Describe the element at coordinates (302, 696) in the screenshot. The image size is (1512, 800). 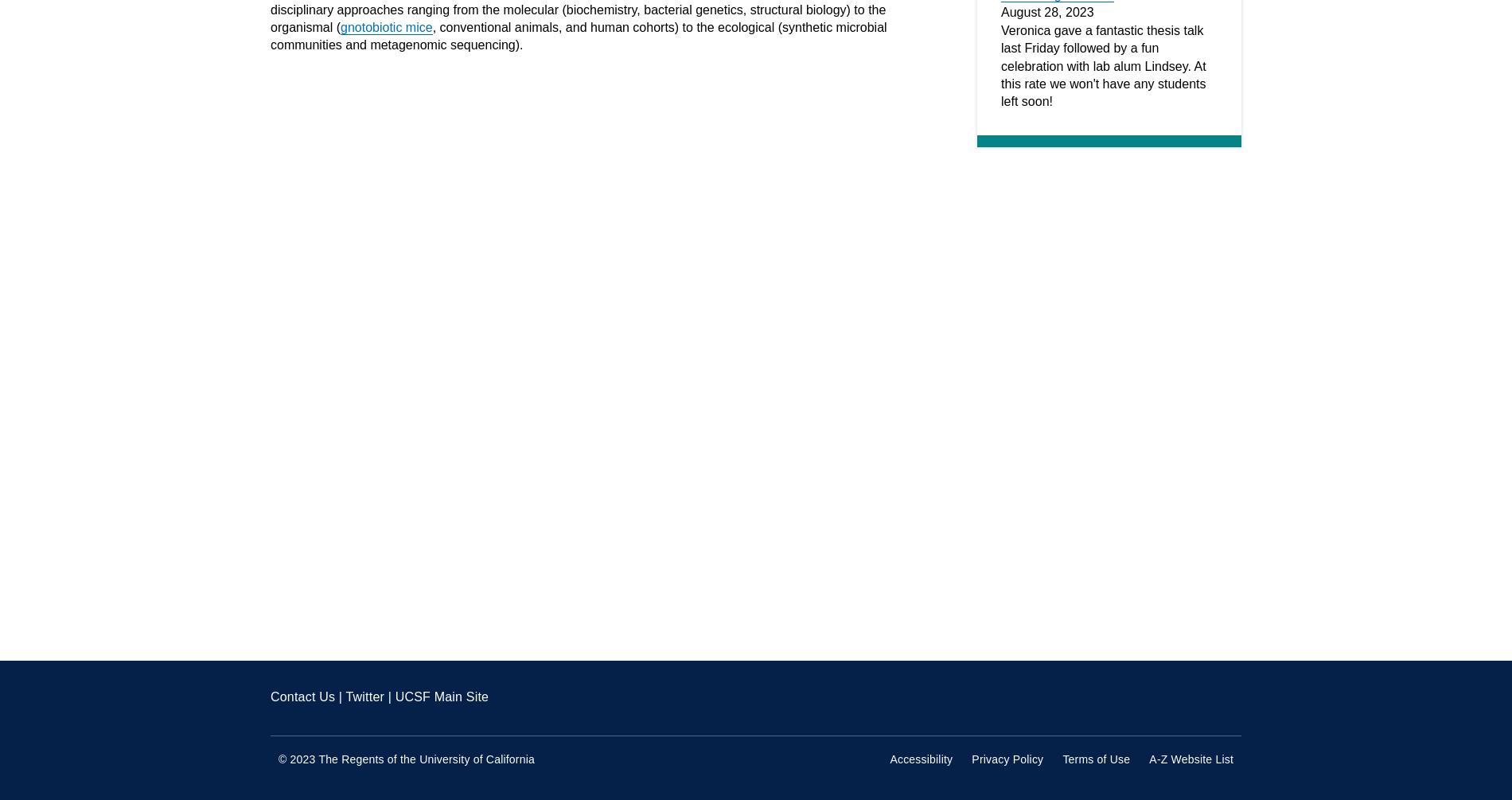
I see `'Contact Us'` at that location.